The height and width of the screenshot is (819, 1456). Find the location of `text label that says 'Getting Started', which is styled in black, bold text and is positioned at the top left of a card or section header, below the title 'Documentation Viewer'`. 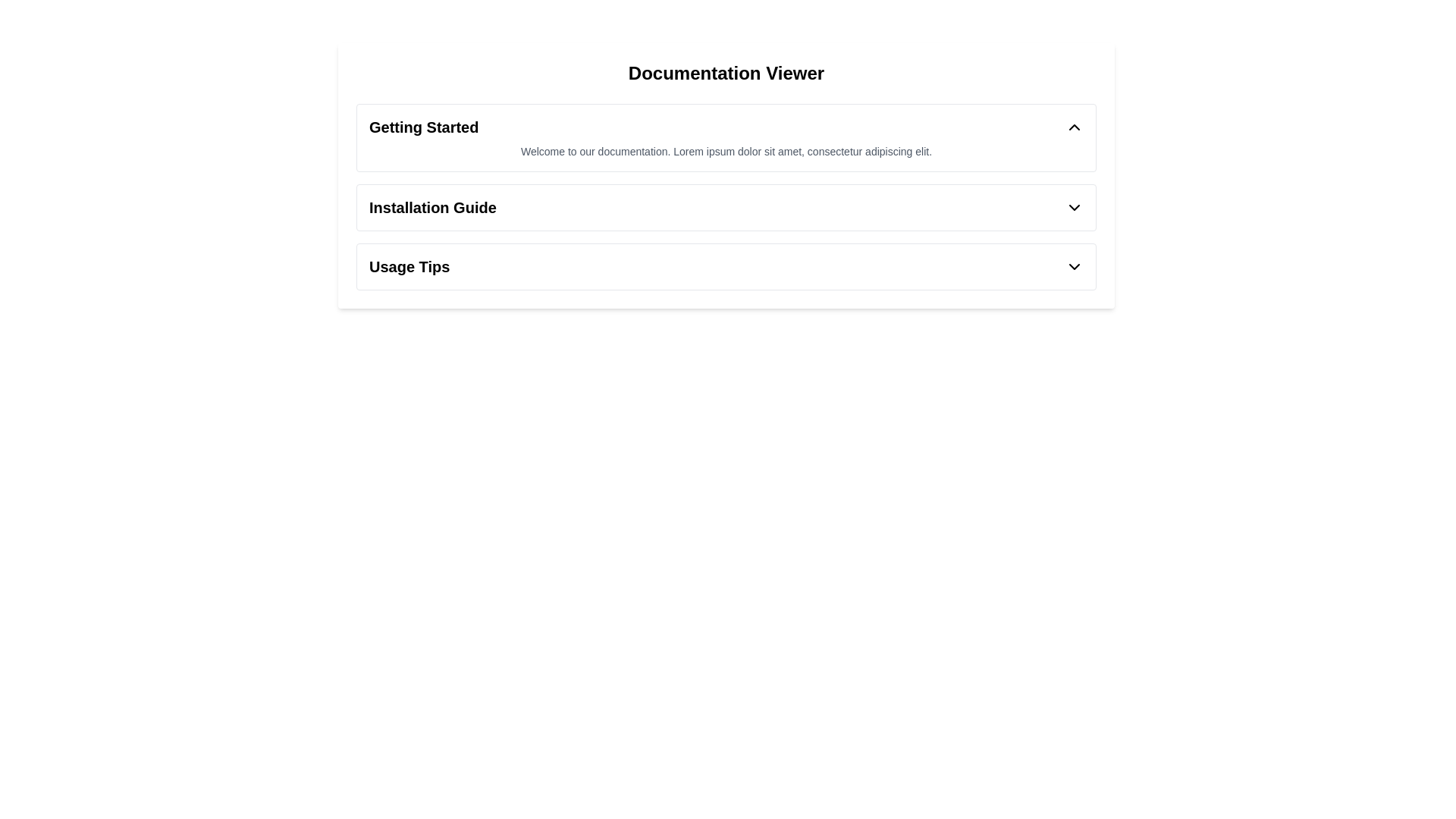

text label that says 'Getting Started', which is styled in black, bold text and is positioned at the top left of a card or section header, below the title 'Documentation Viewer' is located at coordinates (424, 127).